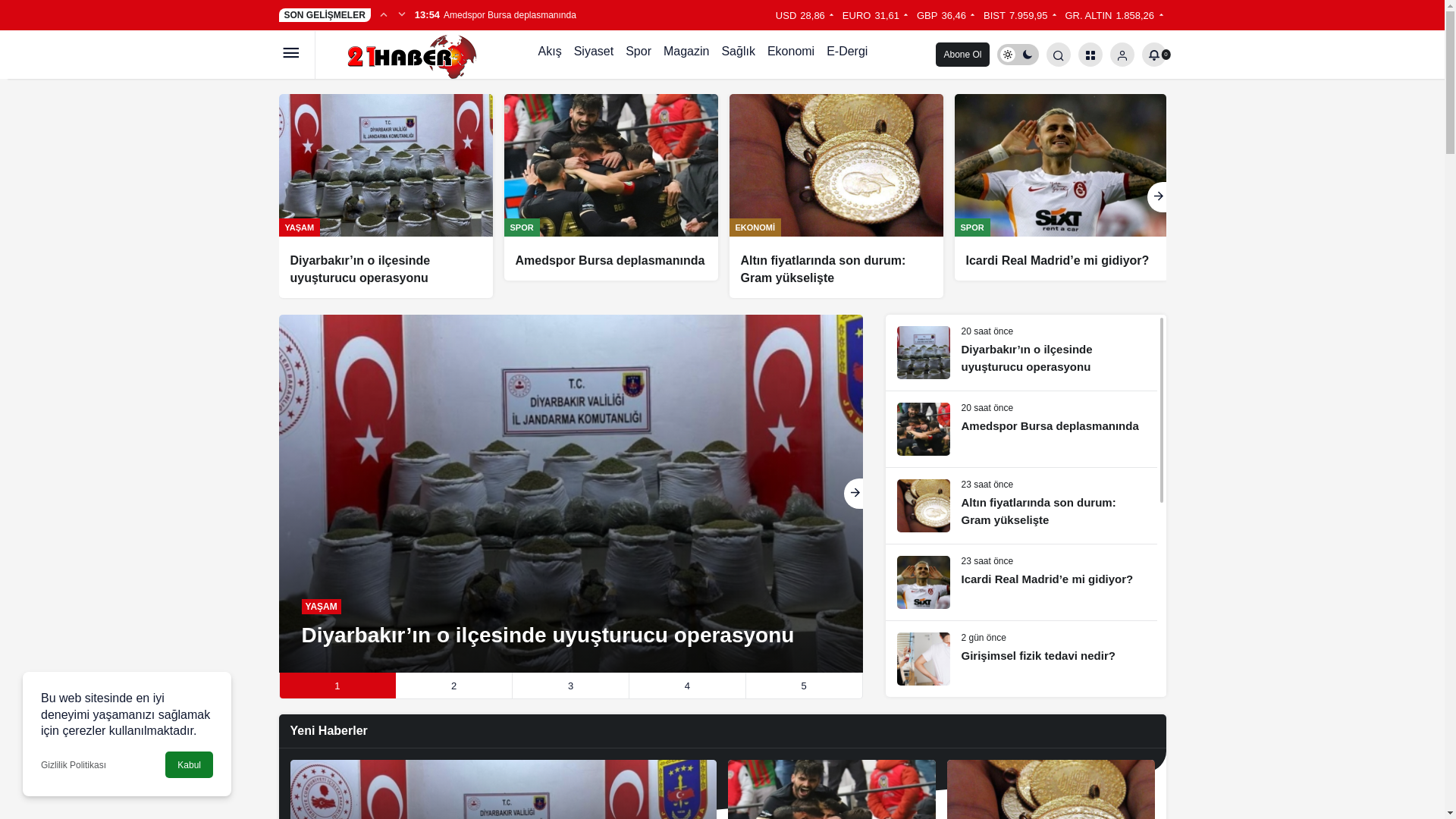  I want to click on 'Kabul', so click(165, 764).